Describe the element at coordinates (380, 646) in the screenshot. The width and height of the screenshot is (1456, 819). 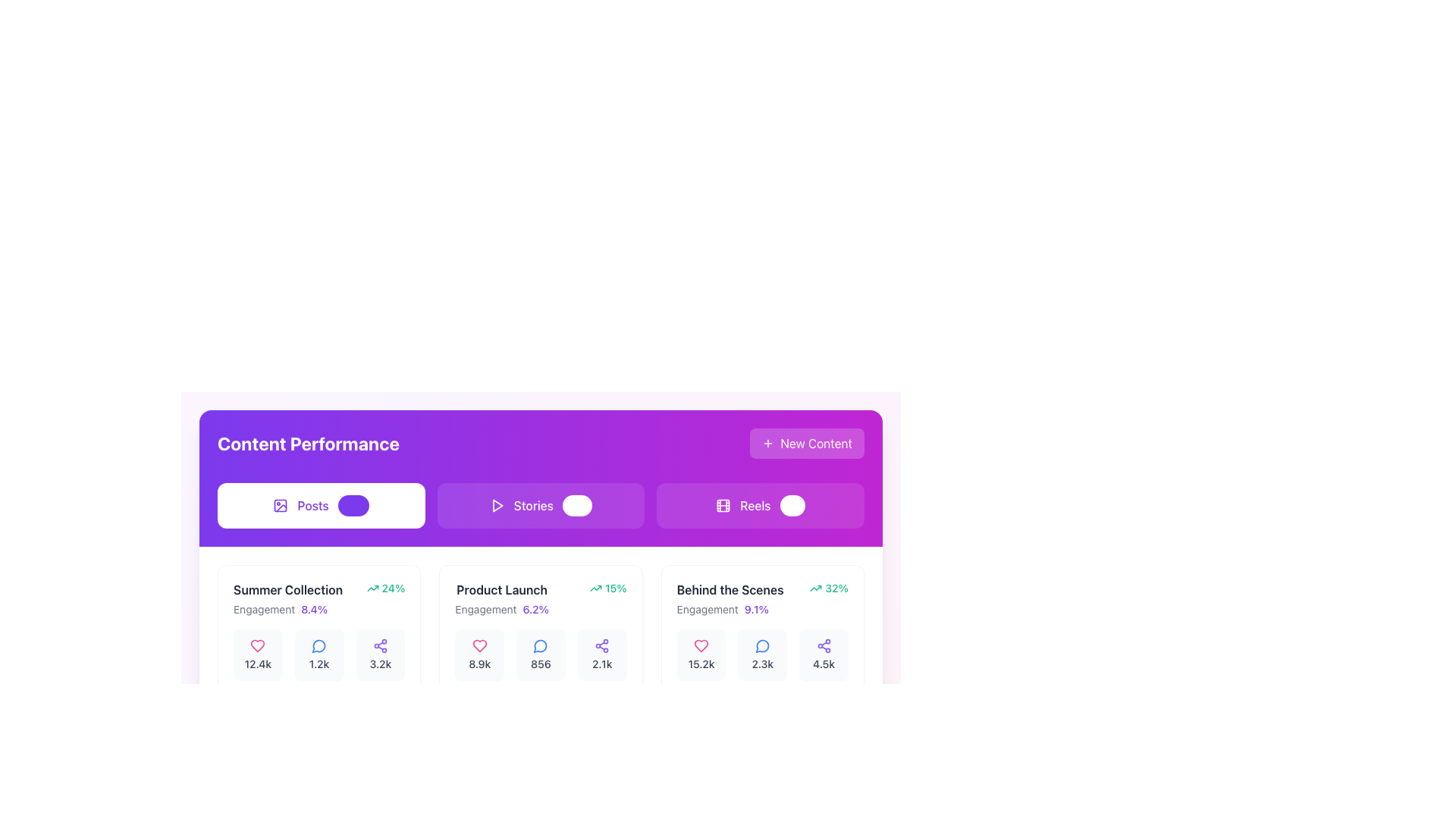
I see `the violet share icon, which is represented by three circular nodes connected by two lines in a triangular arrangement, to share the content` at that location.